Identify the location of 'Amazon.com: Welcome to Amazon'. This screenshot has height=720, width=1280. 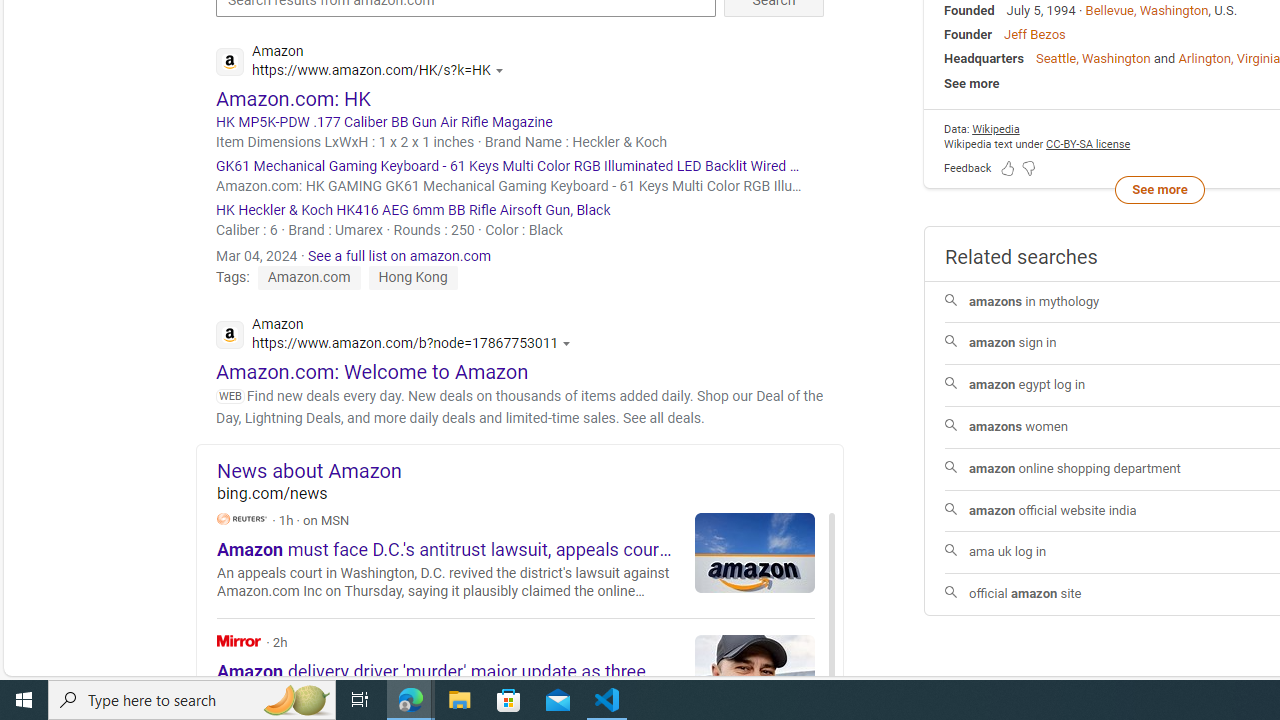
(372, 371).